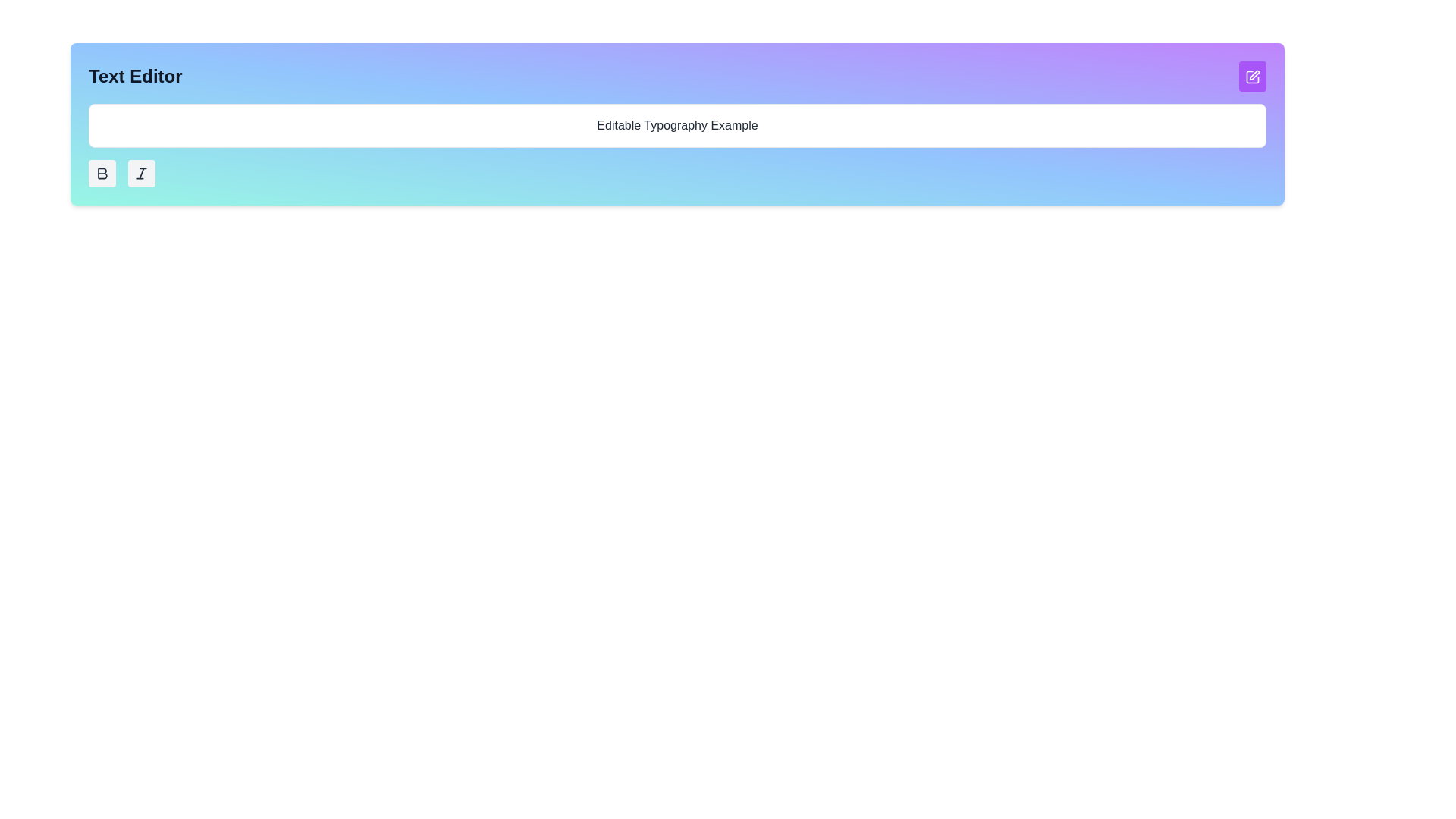 The image size is (1456, 819). What do you see at coordinates (676, 124) in the screenshot?
I see `the editable text field labeled 'Editable Typography Example', which is a horizontally extended white rectangle with rounded corners, to interact with it` at bounding box center [676, 124].